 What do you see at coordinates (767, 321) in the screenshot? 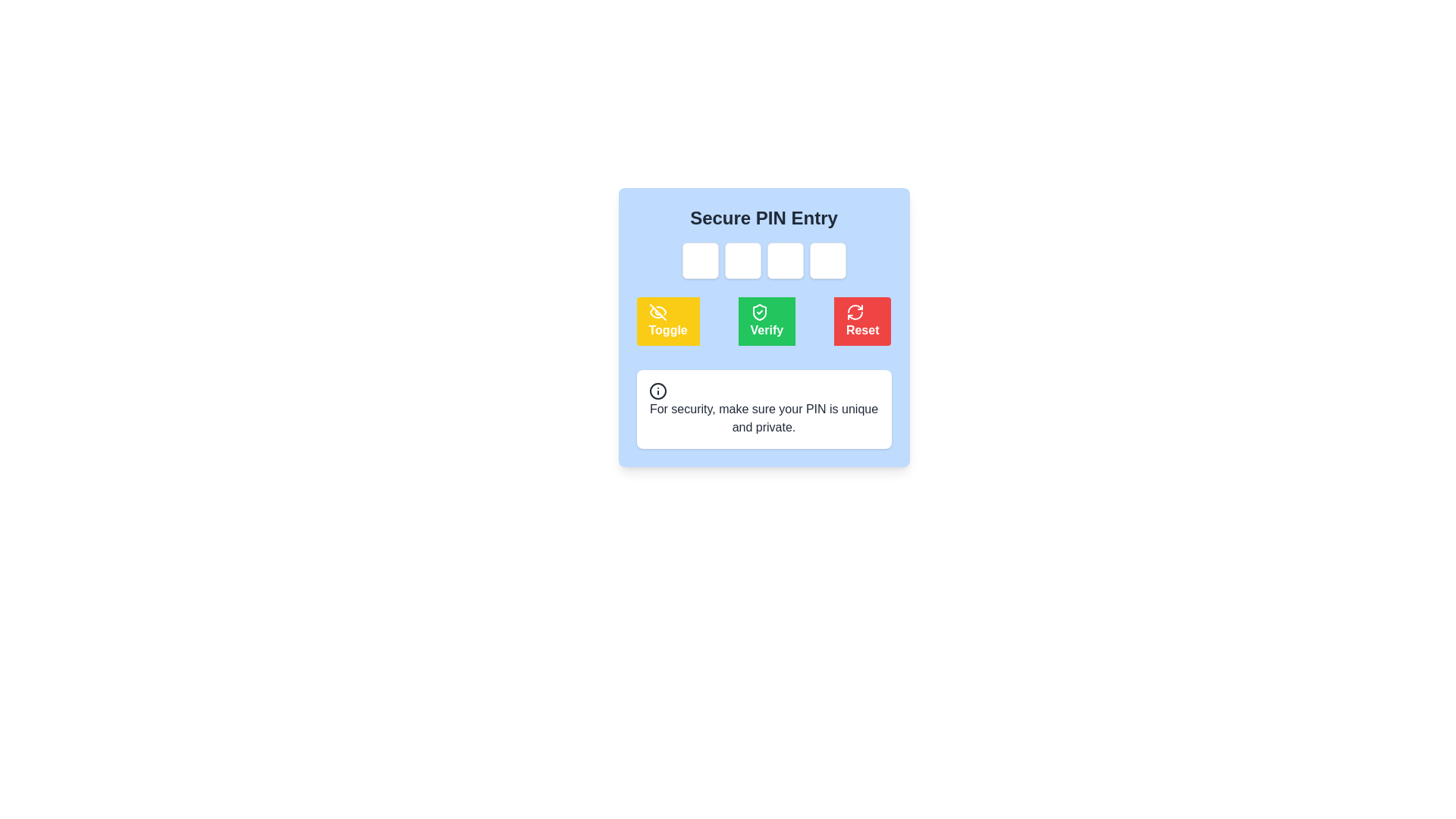
I see `the medium-sized green 'Verify' button with white text and a shield icon to verify the input` at bounding box center [767, 321].